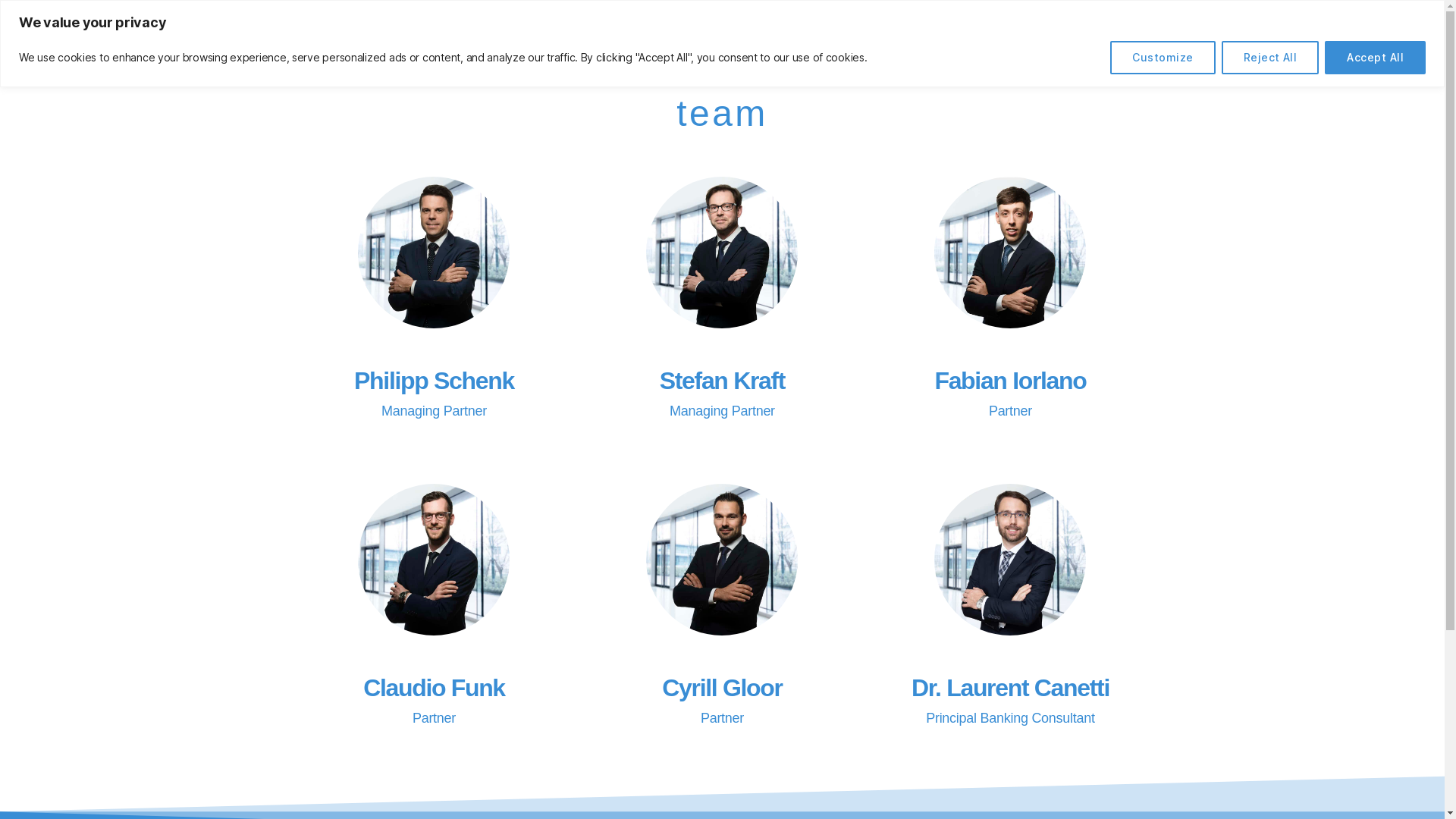  What do you see at coordinates (1138, 36) in the screenshot?
I see `'projects'` at bounding box center [1138, 36].